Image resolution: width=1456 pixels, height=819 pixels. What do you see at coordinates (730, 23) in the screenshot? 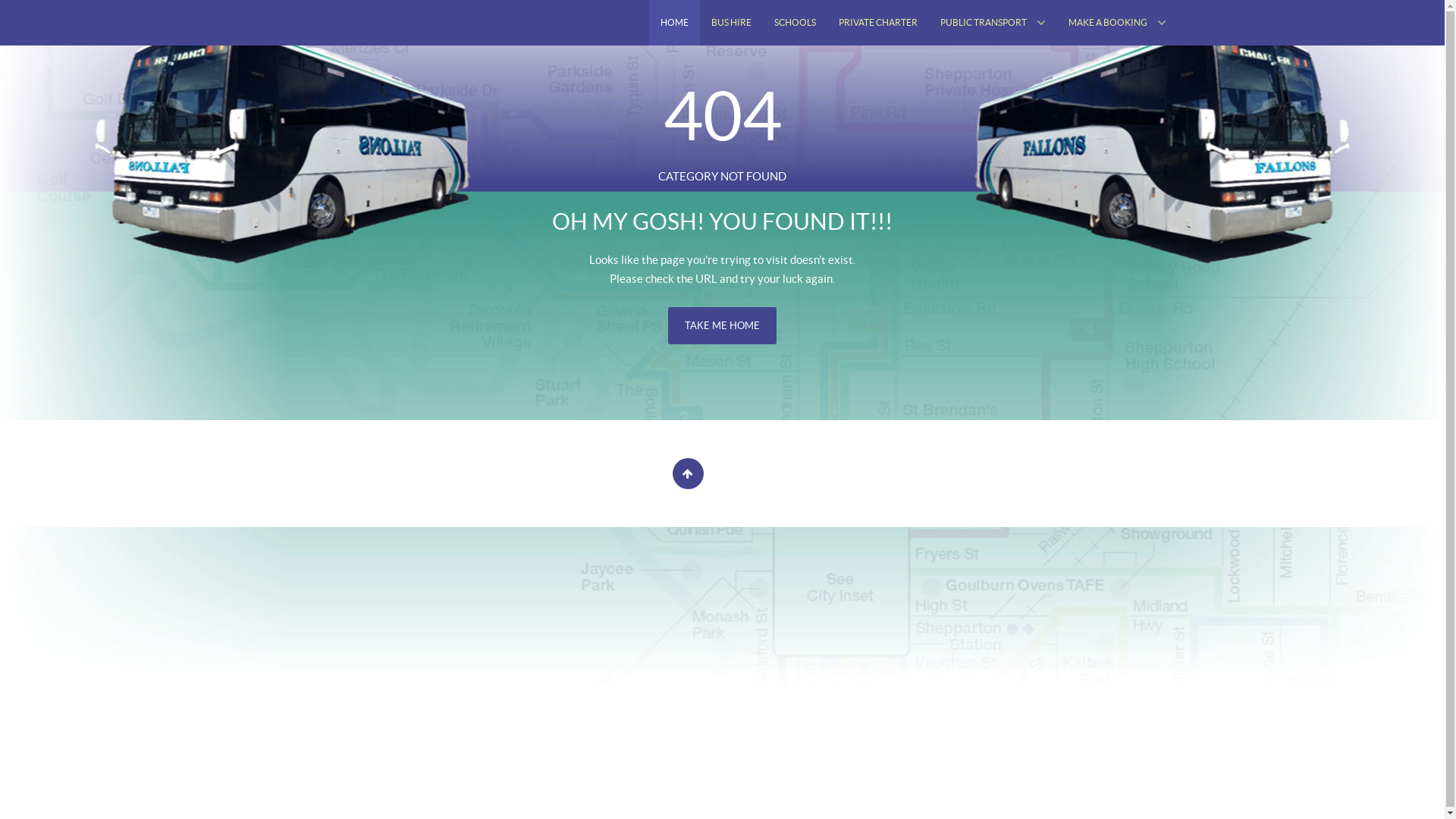
I see `'BUS HIRE'` at bounding box center [730, 23].